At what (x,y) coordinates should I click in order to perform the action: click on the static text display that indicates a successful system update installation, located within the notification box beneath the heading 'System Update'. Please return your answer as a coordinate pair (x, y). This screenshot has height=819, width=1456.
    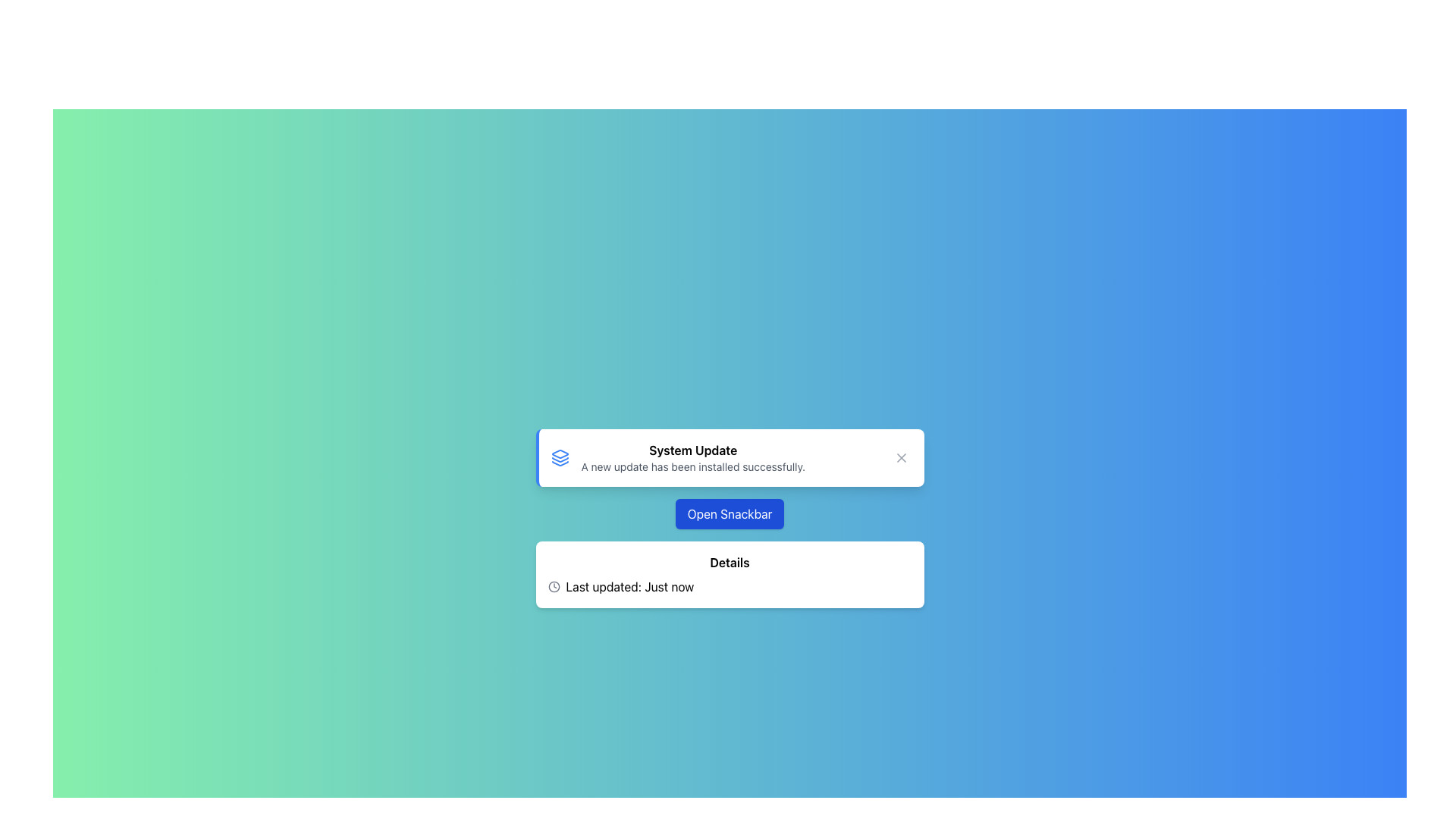
    Looking at the image, I should click on (692, 466).